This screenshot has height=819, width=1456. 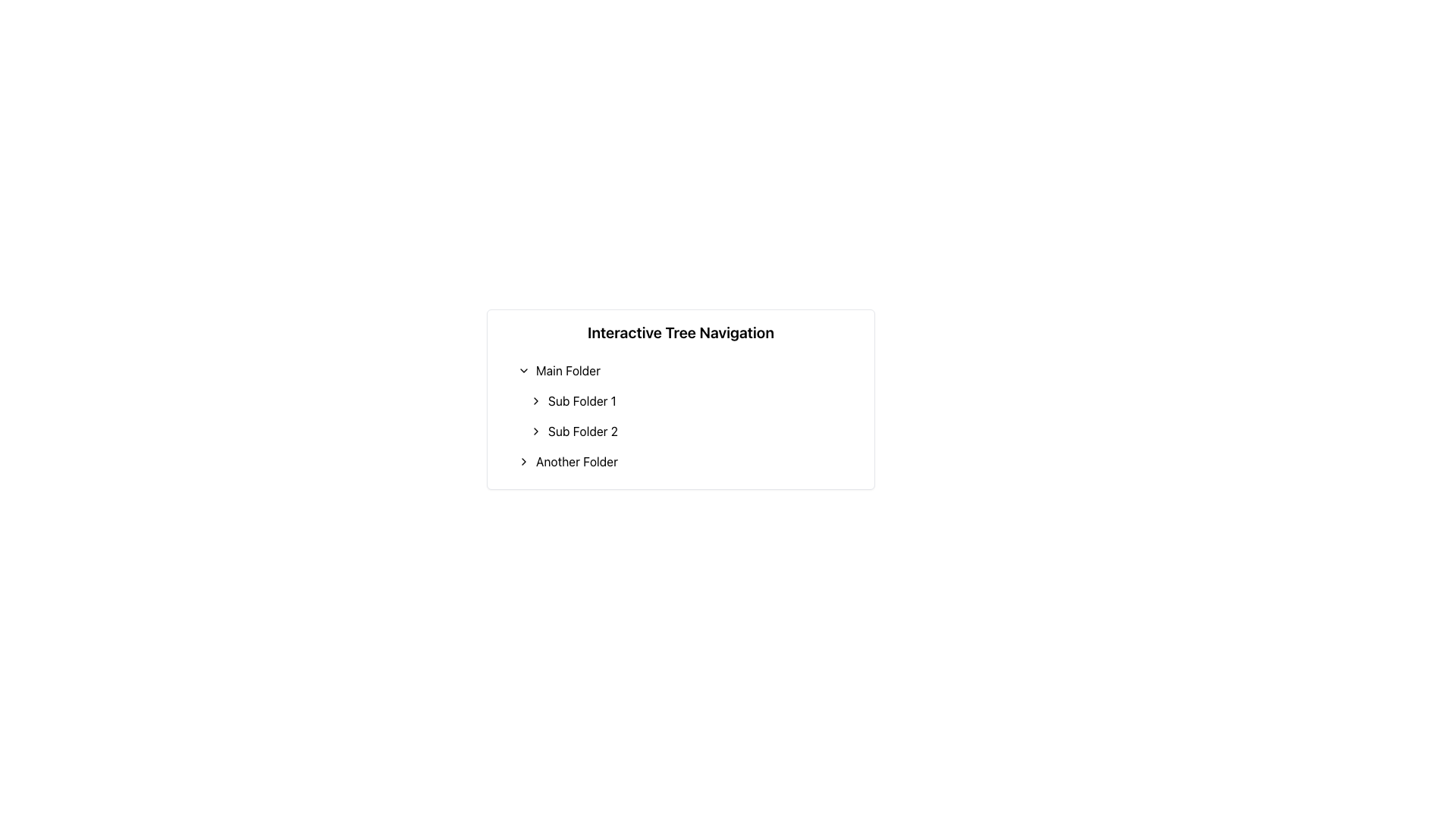 What do you see at coordinates (535, 431) in the screenshot?
I see `the Button-like icon that indicates the state of the 'Sub Folder 2' entry` at bounding box center [535, 431].